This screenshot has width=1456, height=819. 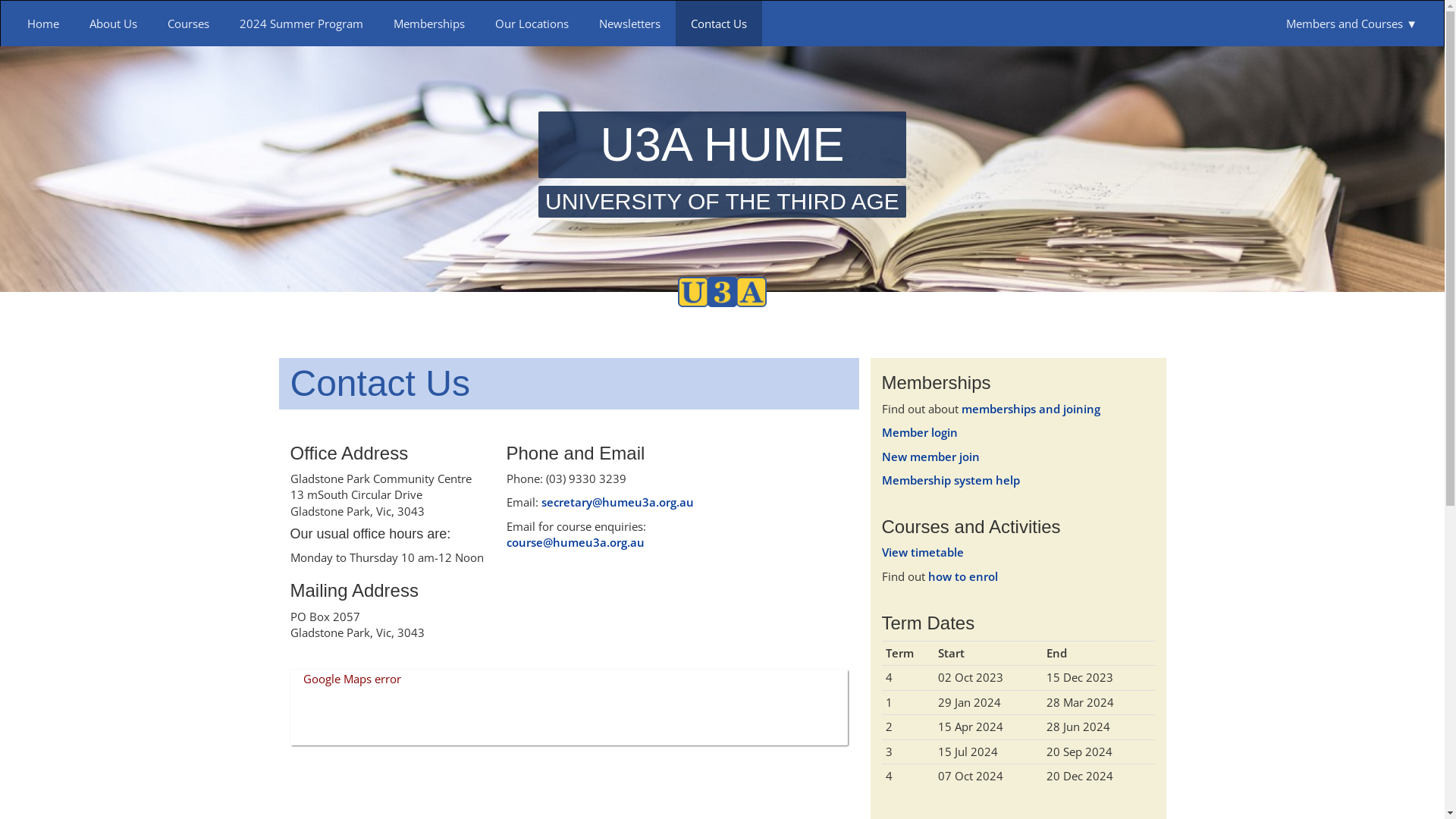 What do you see at coordinates (582, 23) in the screenshot?
I see `'Newsletters'` at bounding box center [582, 23].